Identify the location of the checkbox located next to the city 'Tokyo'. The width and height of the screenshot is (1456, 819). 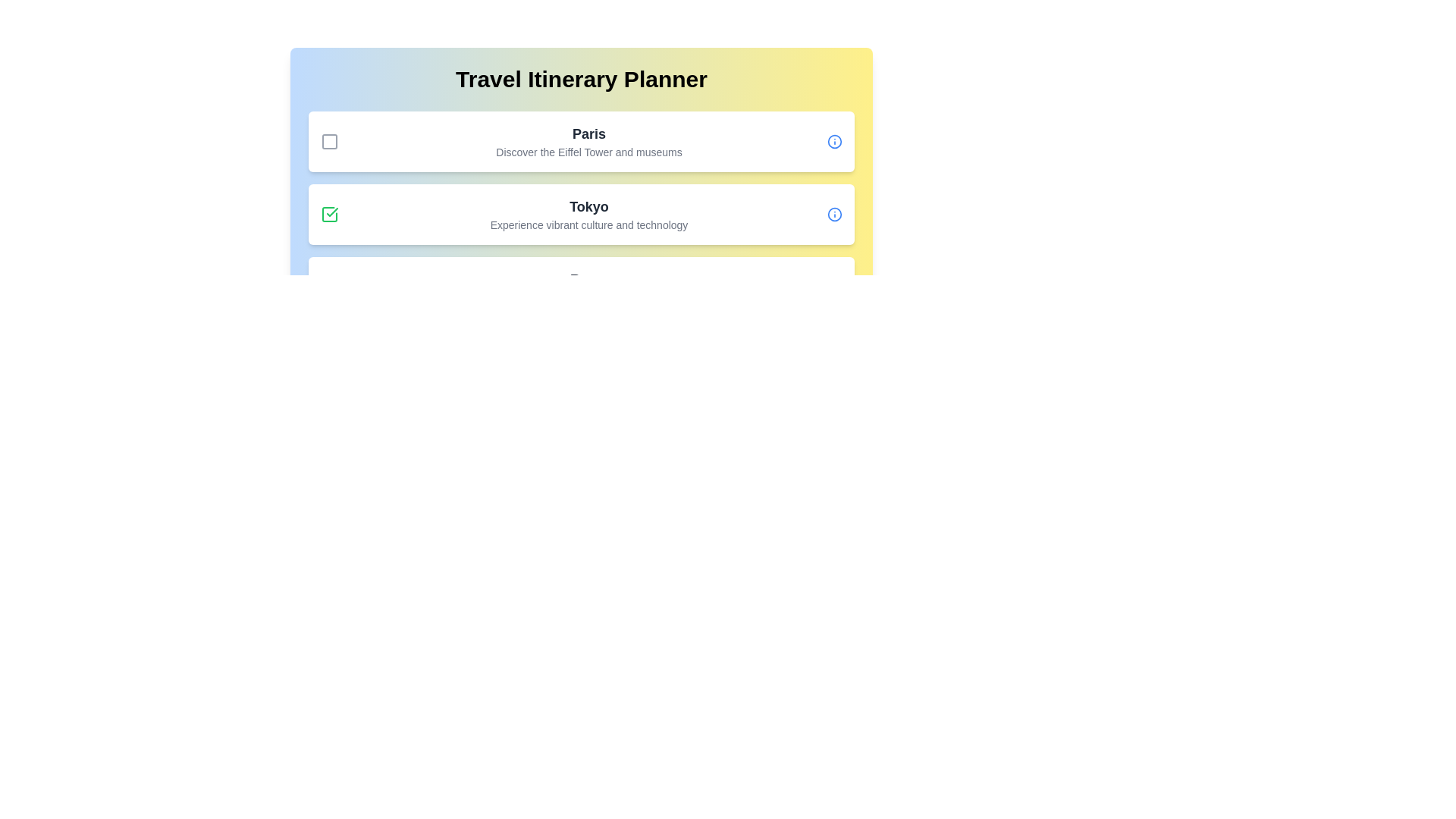
(329, 214).